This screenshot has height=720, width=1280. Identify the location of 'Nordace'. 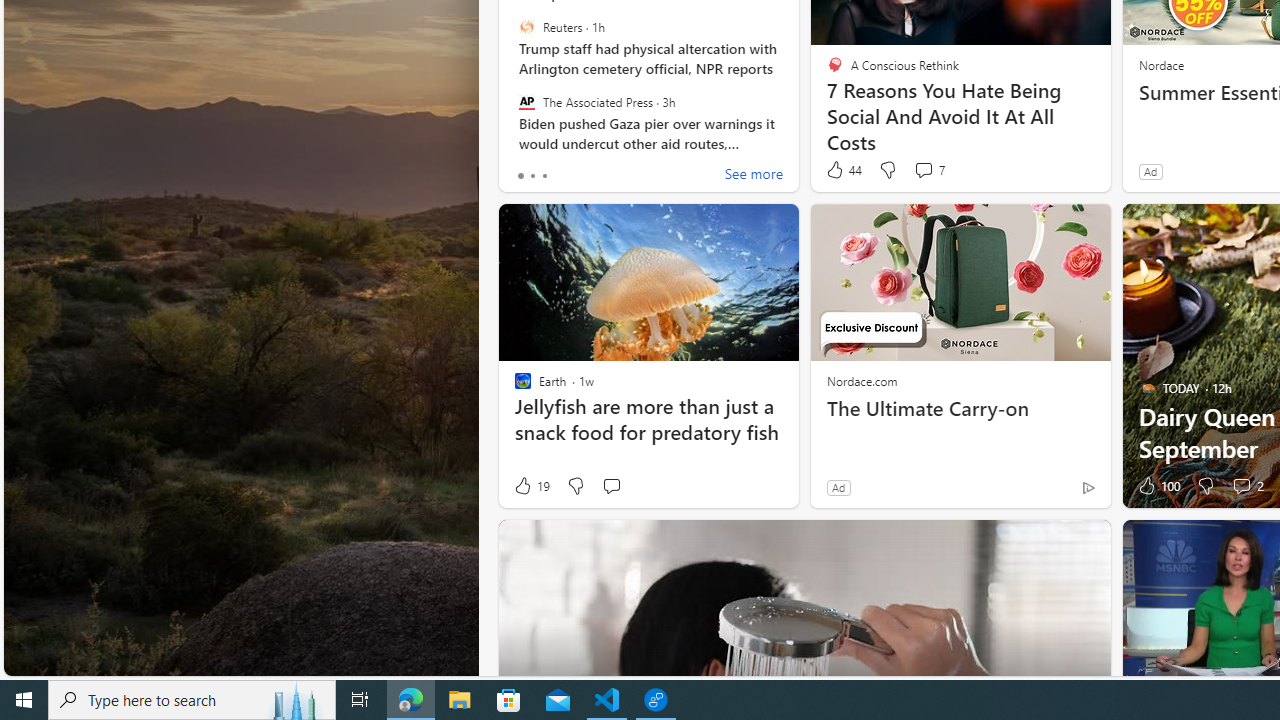
(1160, 63).